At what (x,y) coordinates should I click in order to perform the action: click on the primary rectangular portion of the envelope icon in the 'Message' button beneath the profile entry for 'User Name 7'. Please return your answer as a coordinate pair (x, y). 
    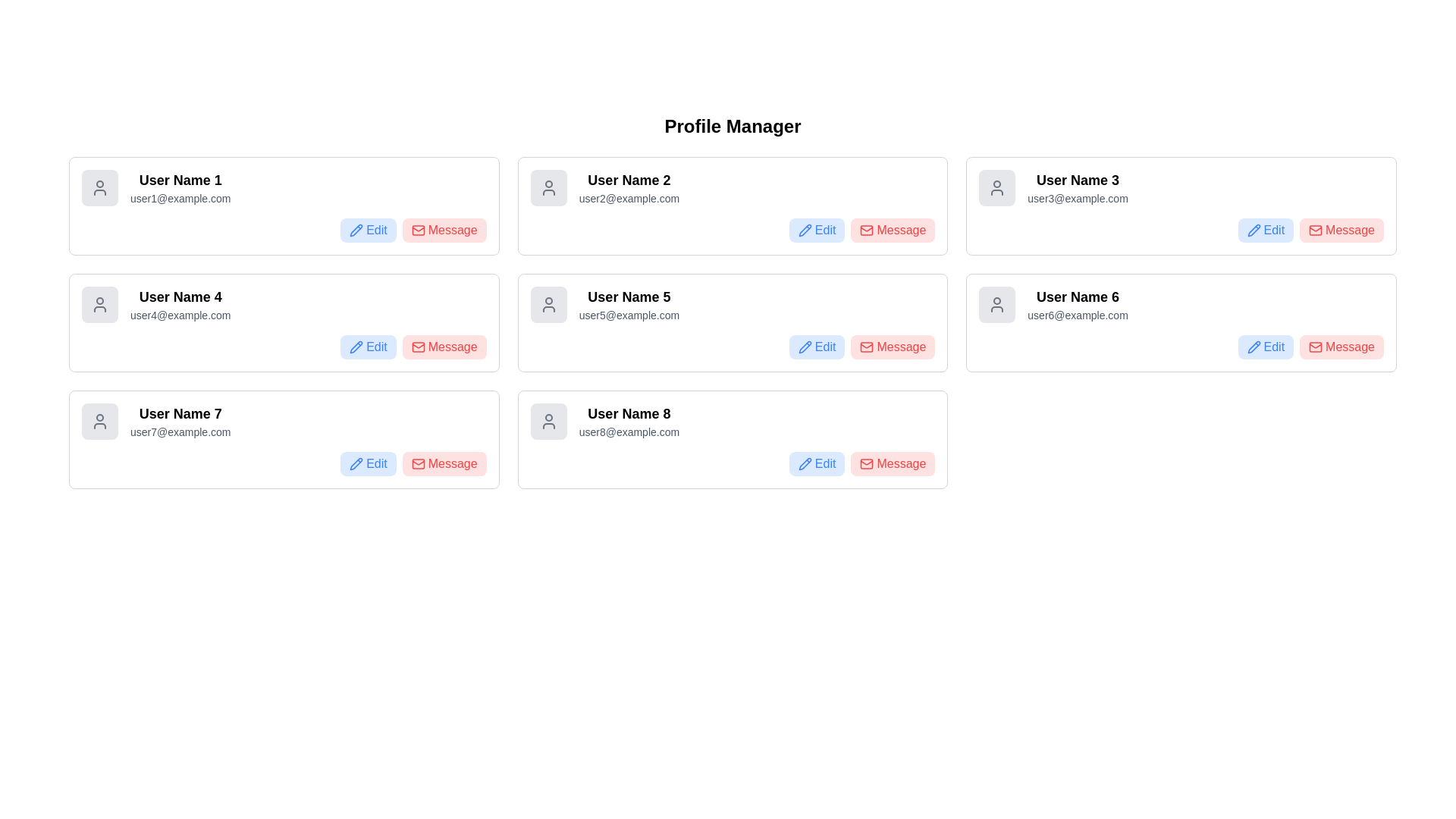
    Looking at the image, I should click on (418, 463).